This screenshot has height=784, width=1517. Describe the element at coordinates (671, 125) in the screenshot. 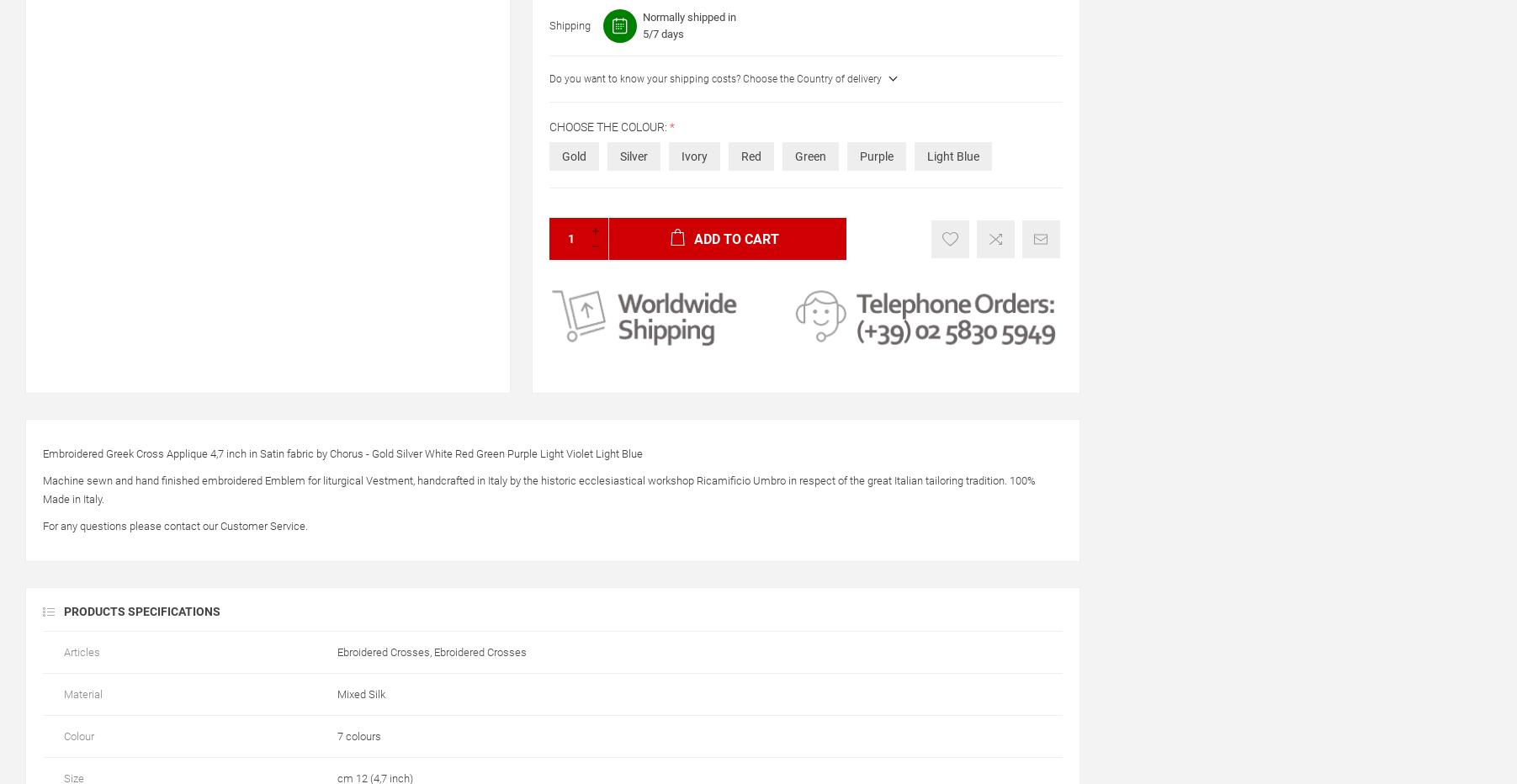

I see `'*'` at that location.